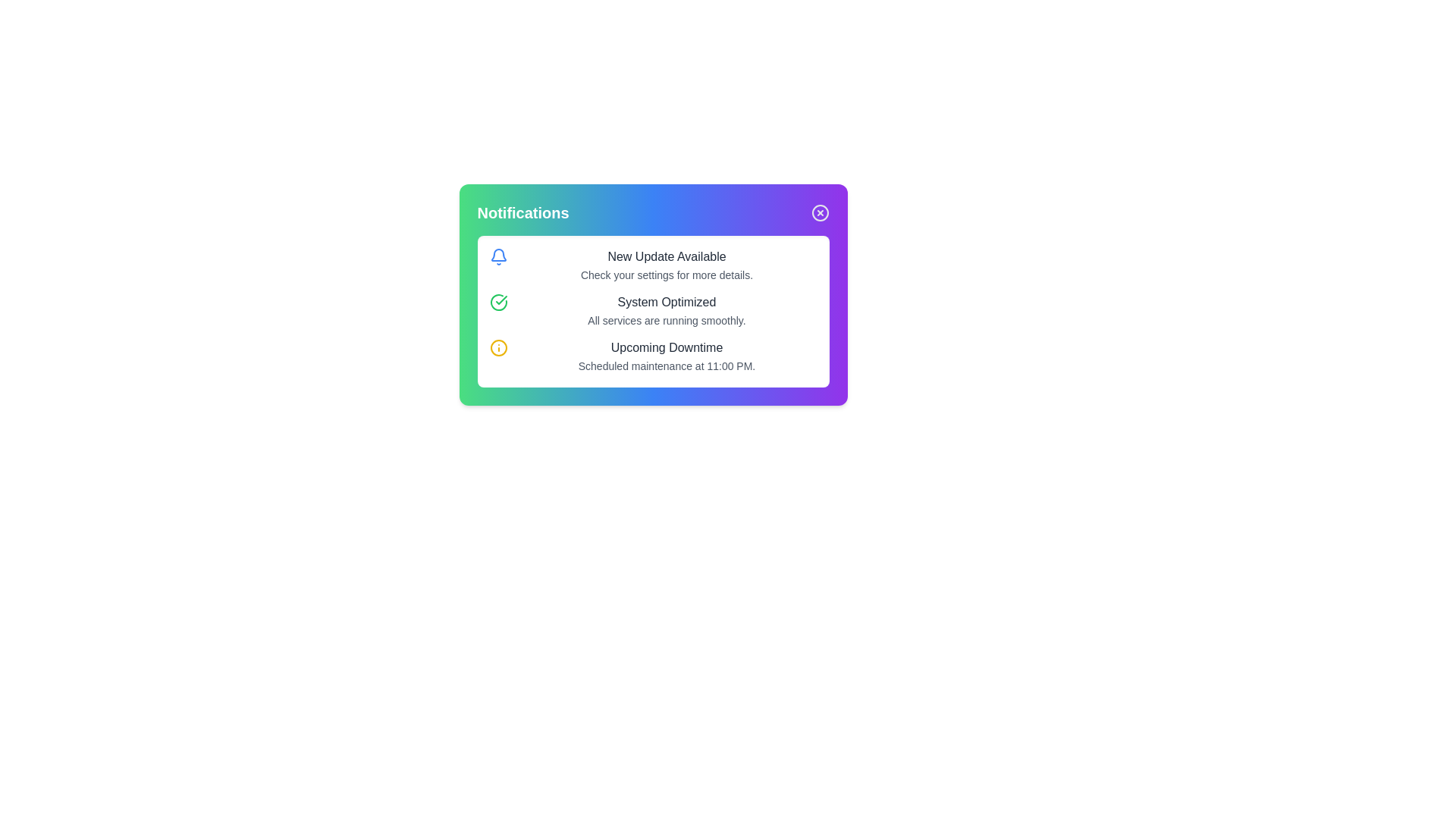 The height and width of the screenshot is (819, 1456). I want to click on the text-based informational component about upcoming maintenance, located in the notification panel under the 'Upcoming Downtime' section, specifically the third notification in the list, so click(653, 356).